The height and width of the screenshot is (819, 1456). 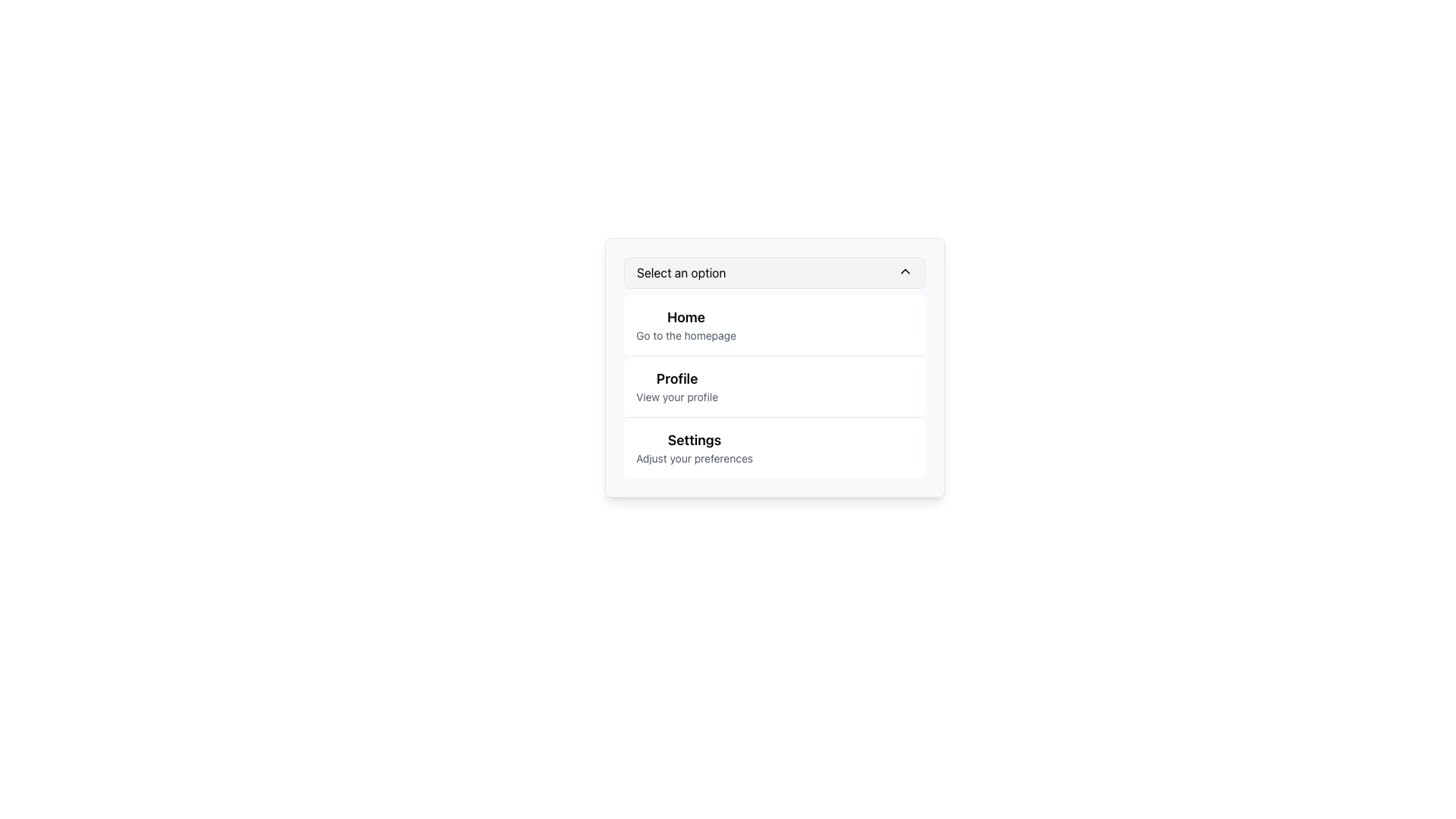 What do you see at coordinates (775, 324) in the screenshot?
I see `the first menu item in the dropdown that navigates to the homepage of the application` at bounding box center [775, 324].